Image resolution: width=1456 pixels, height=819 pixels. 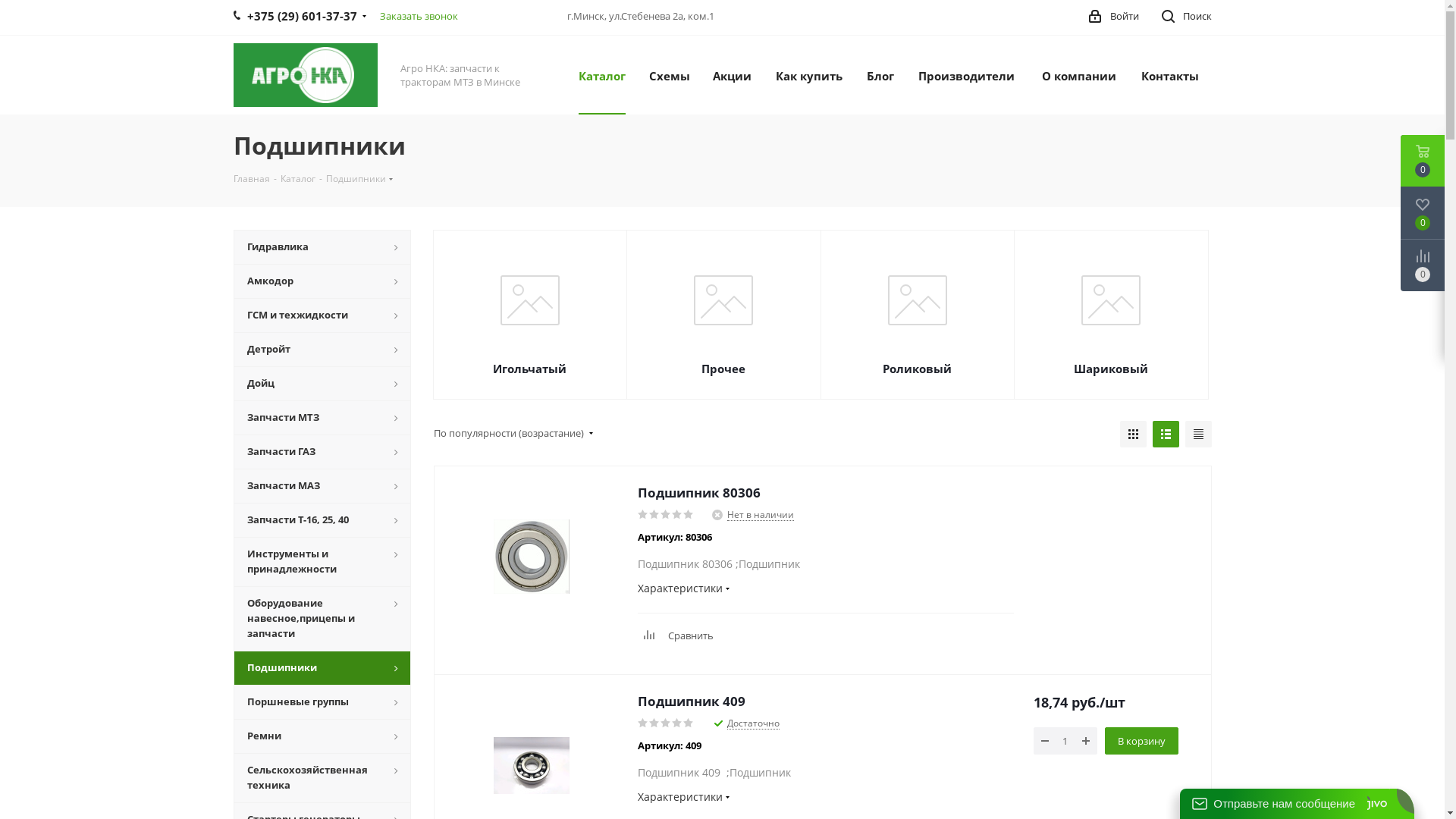 What do you see at coordinates (531, 556) in the screenshot?
I see `'80306'` at bounding box center [531, 556].